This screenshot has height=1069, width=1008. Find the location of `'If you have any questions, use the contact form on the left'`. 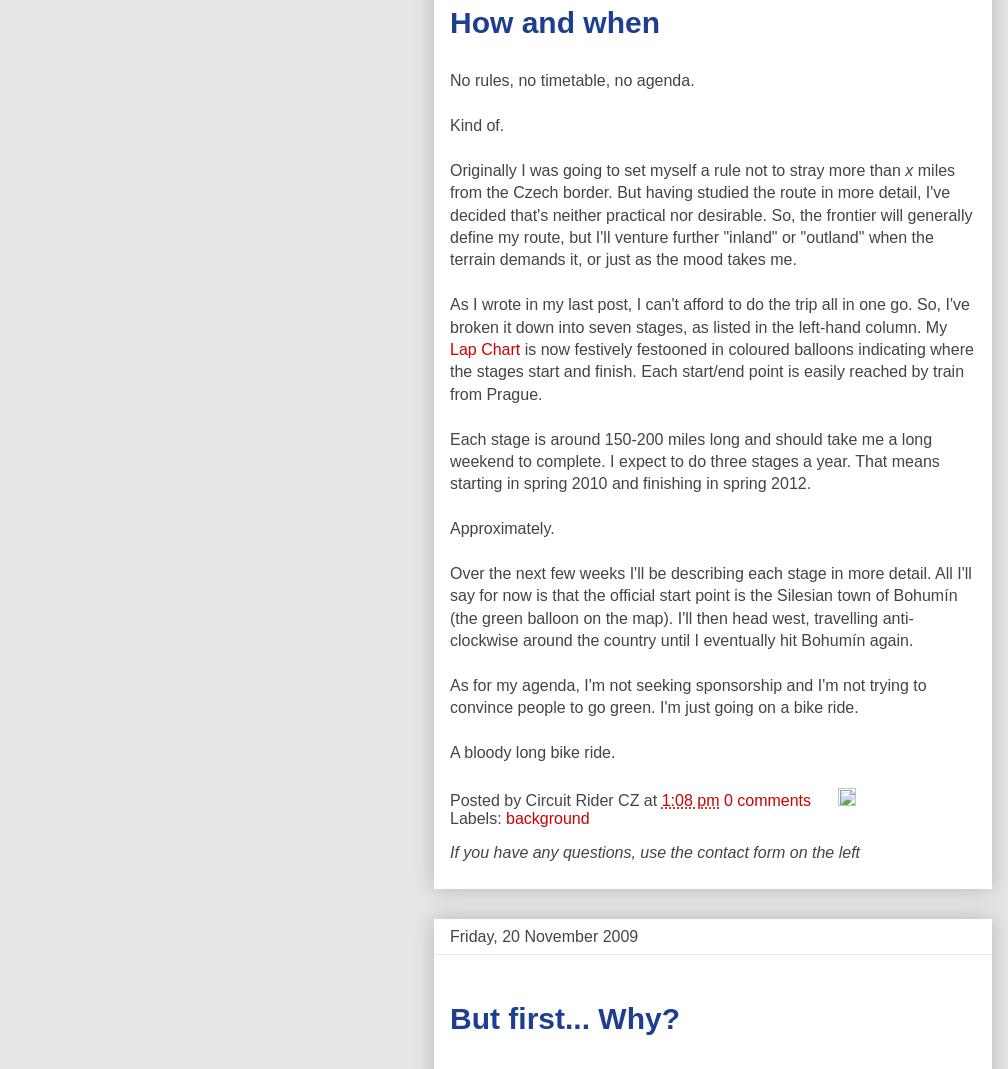

'If you have any questions, use the contact form on the left' is located at coordinates (654, 852).